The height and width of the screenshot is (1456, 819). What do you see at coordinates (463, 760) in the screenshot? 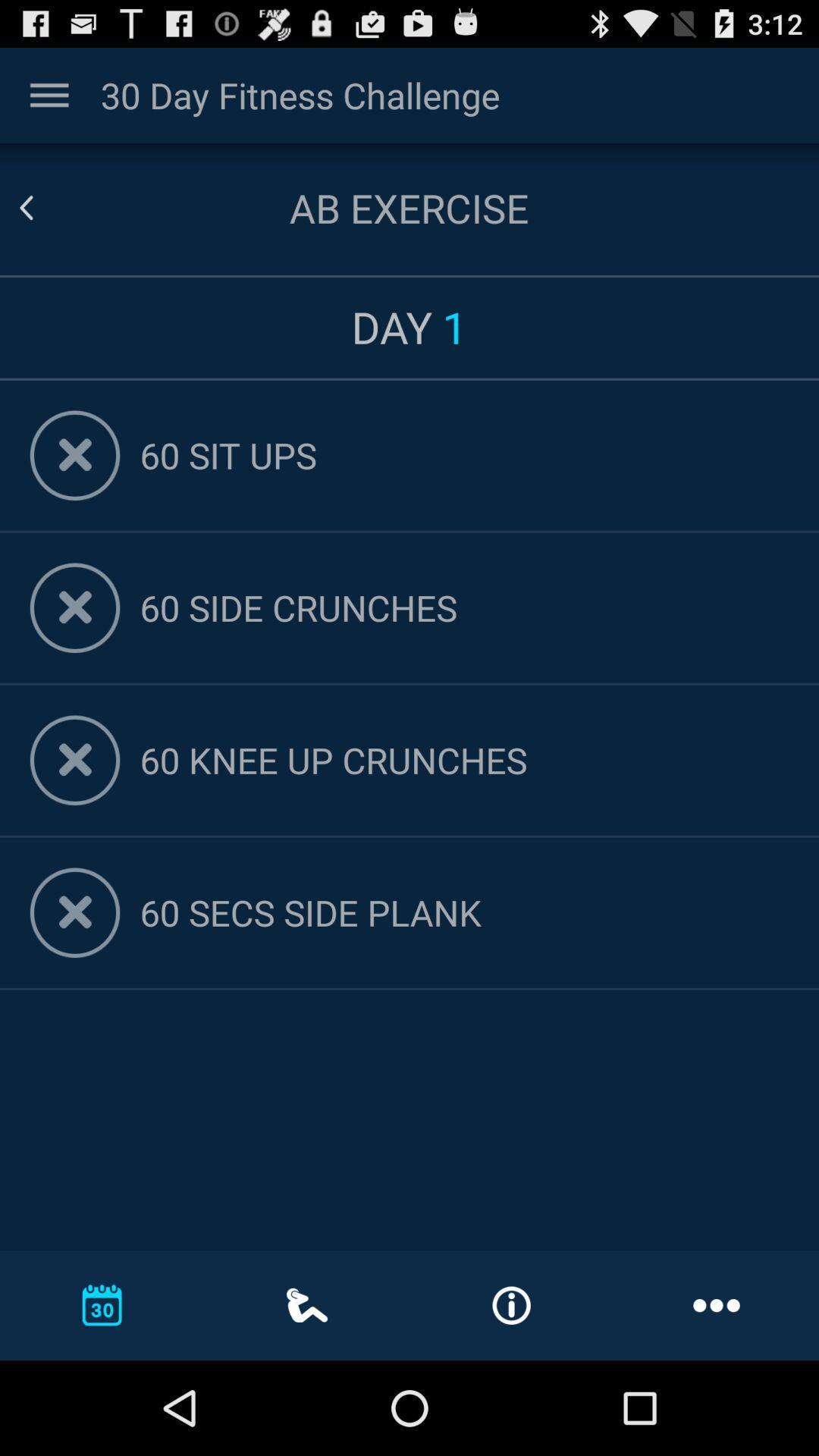
I see `the item above the 60 secs side item` at bounding box center [463, 760].